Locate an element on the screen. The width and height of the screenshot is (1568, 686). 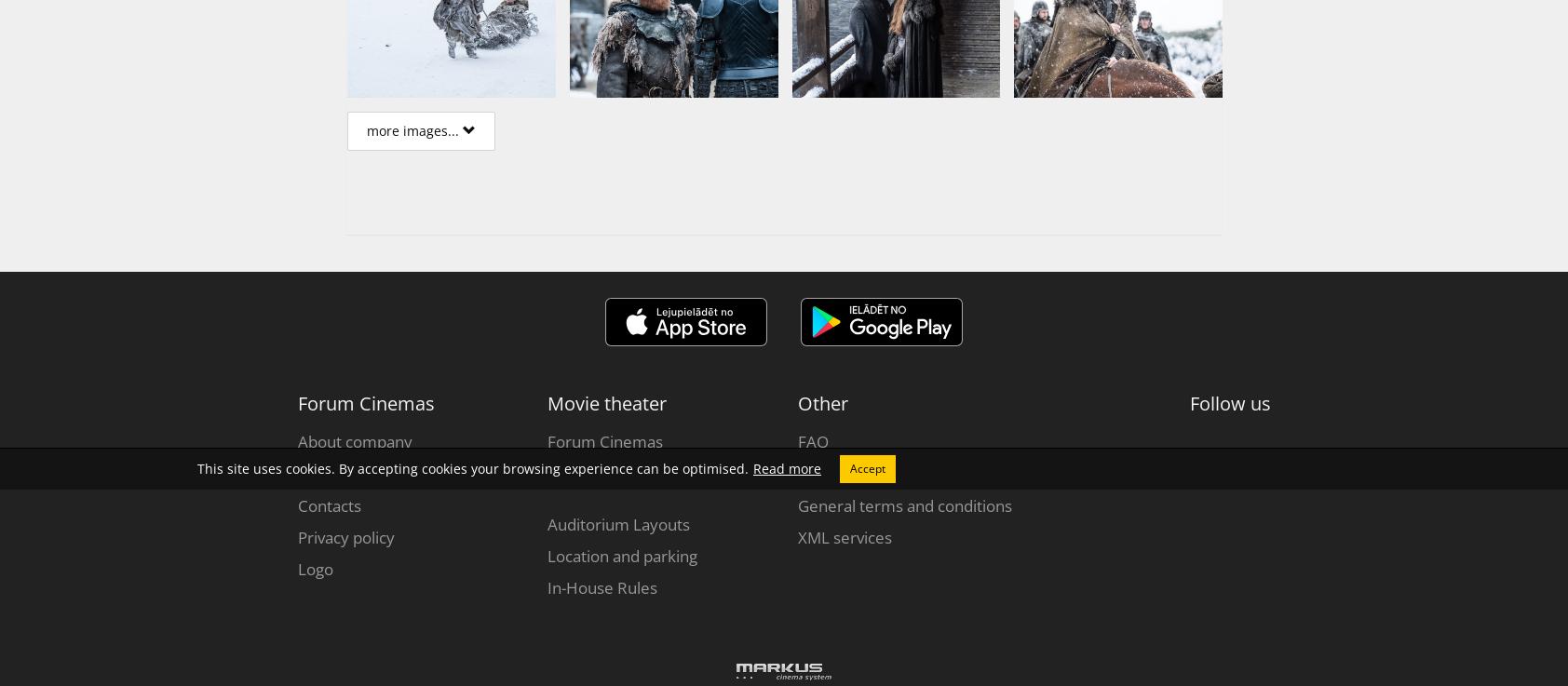
'Privacy policy' is located at coordinates (345, 535).